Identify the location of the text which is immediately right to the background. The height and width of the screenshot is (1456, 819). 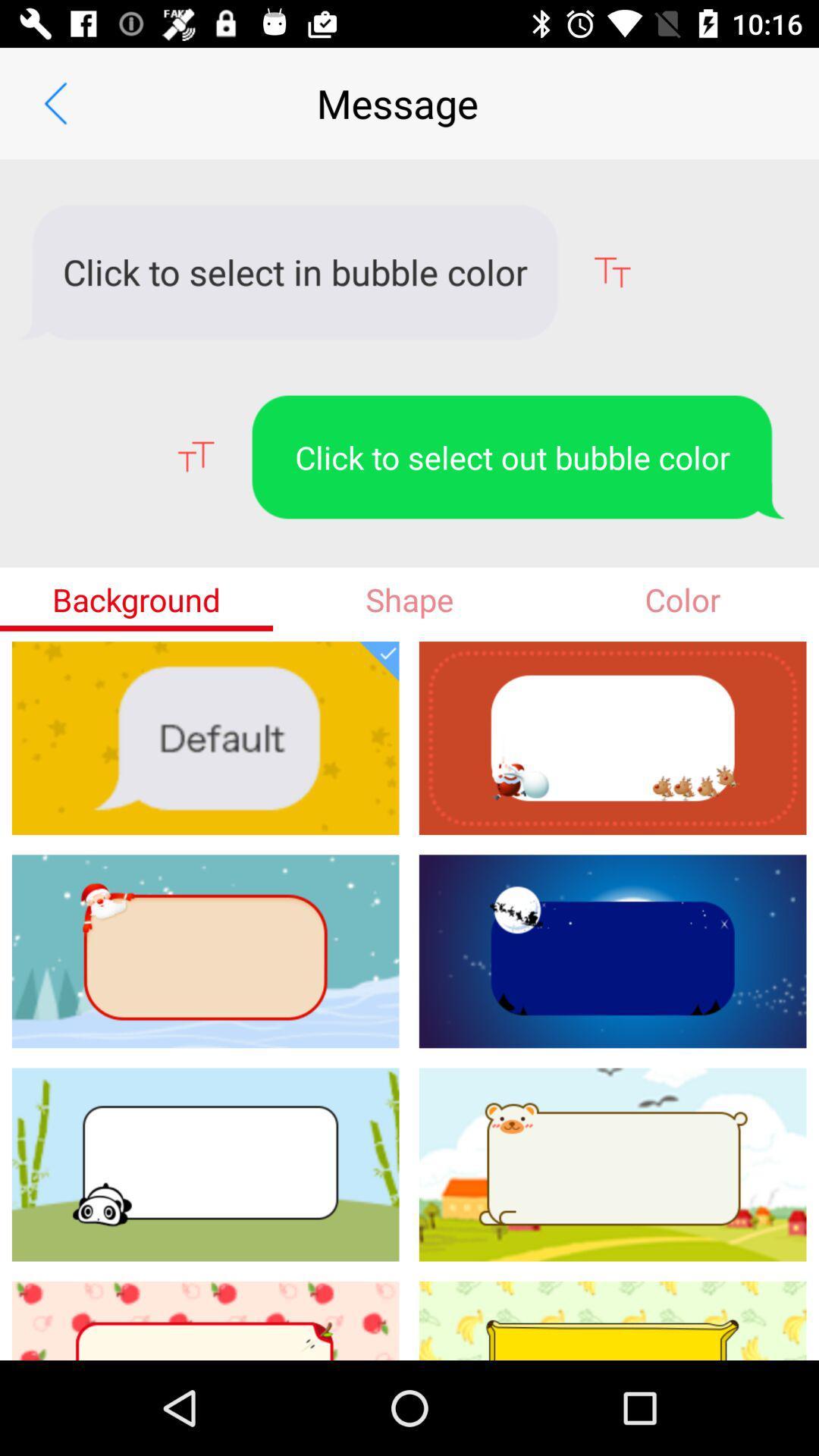
(409, 599).